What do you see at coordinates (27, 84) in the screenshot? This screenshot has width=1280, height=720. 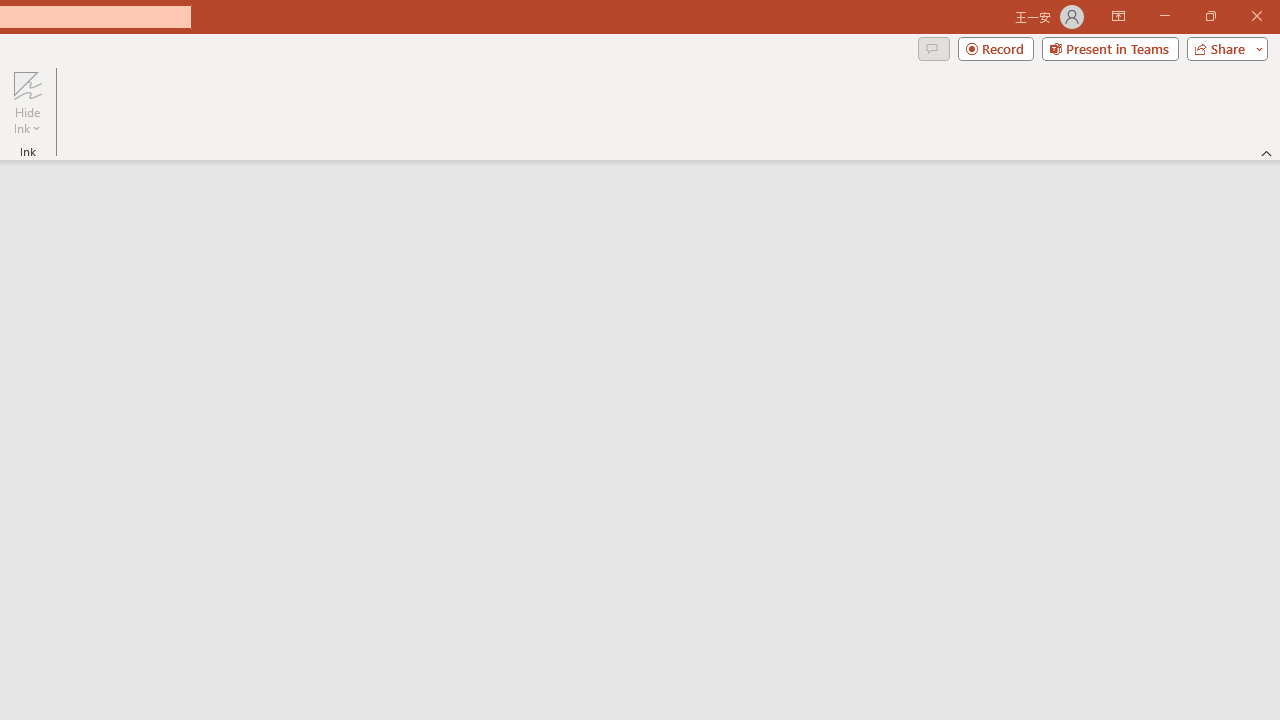 I see `'Hide Ink'` at bounding box center [27, 84].